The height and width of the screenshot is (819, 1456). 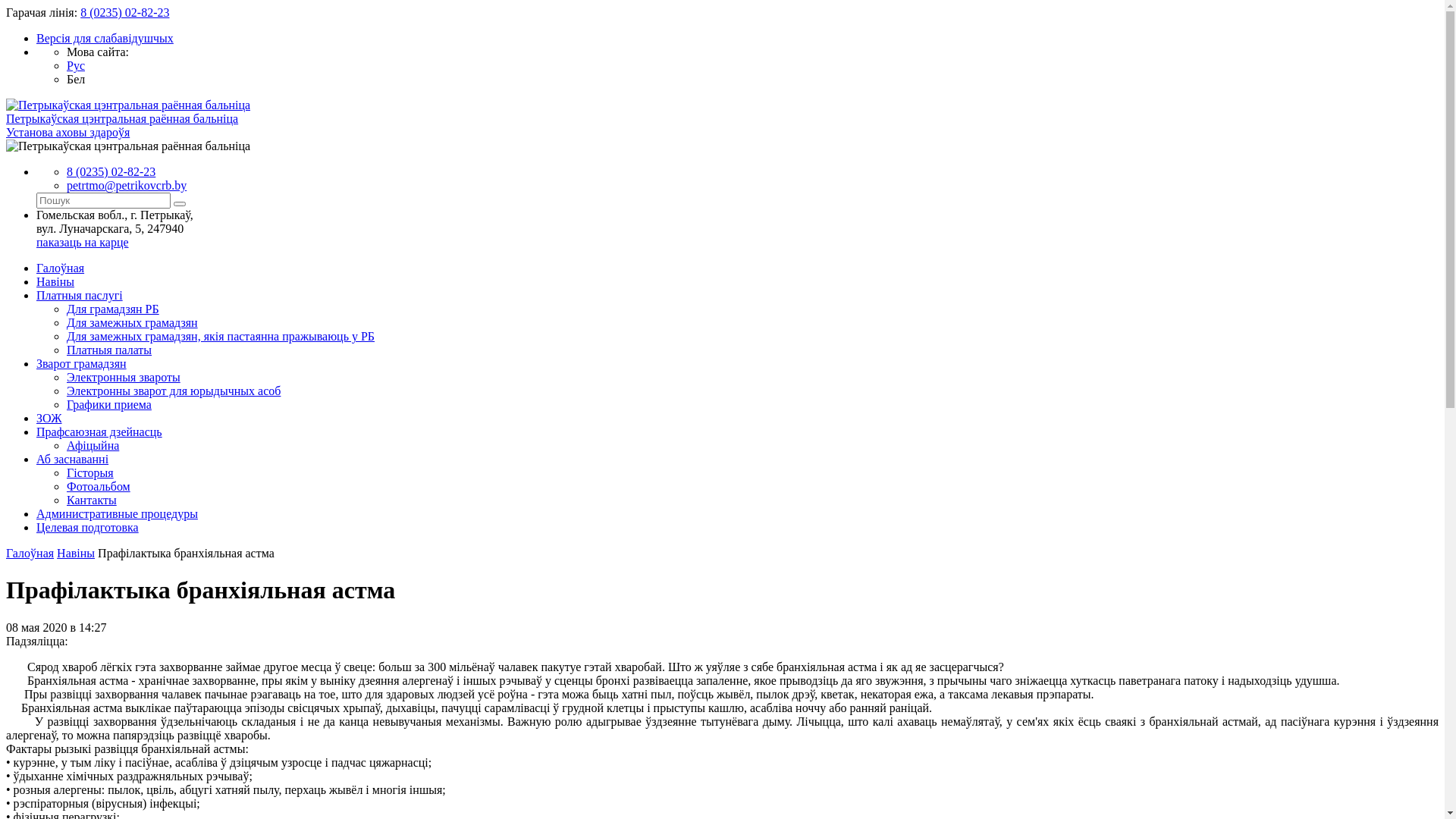 I want to click on 'petrtmo@petrikovcrb.by', so click(x=127, y=184).